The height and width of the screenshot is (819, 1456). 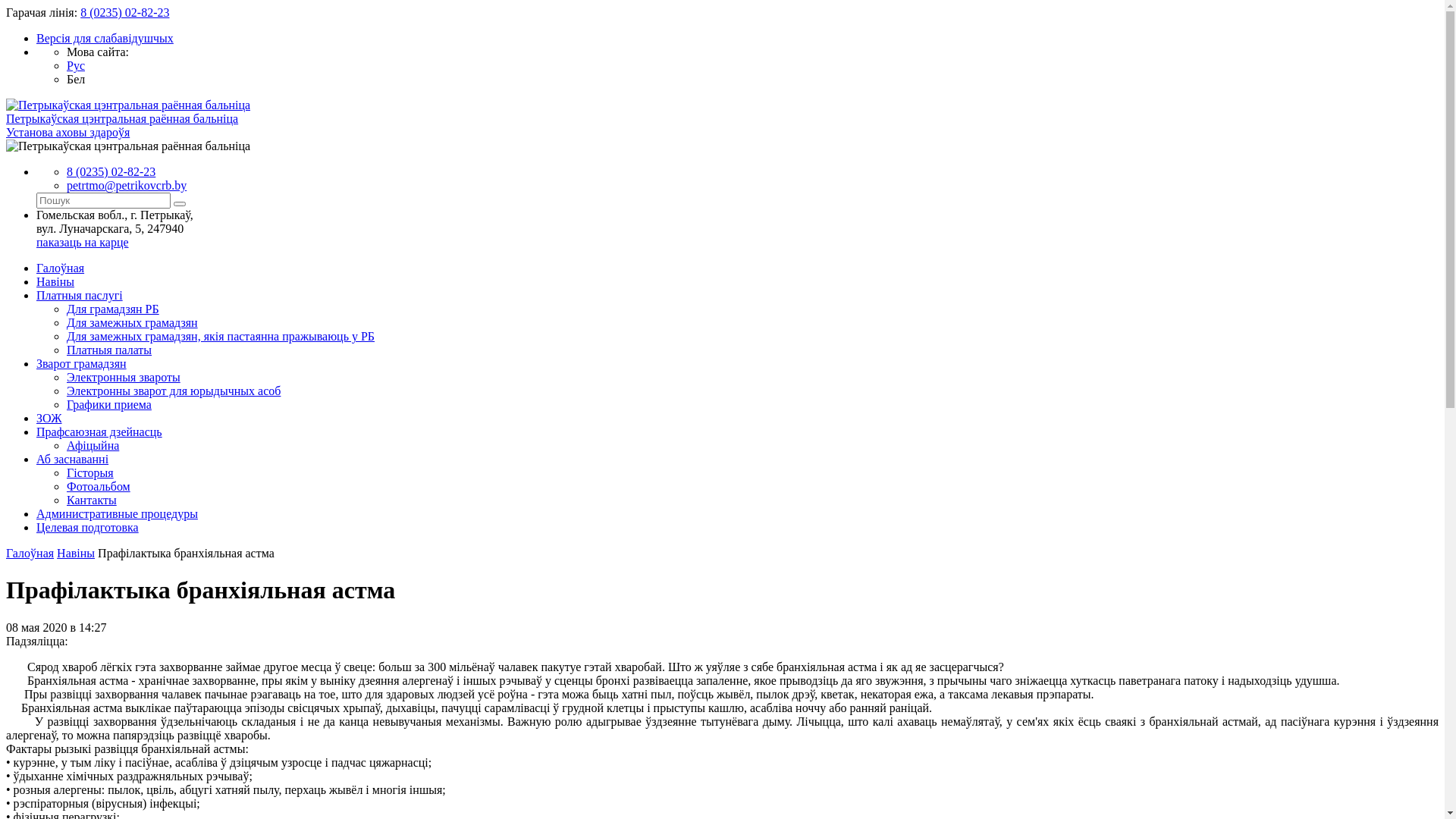 I want to click on 'petrtmo@petrikovcrb.by', so click(x=127, y=184).